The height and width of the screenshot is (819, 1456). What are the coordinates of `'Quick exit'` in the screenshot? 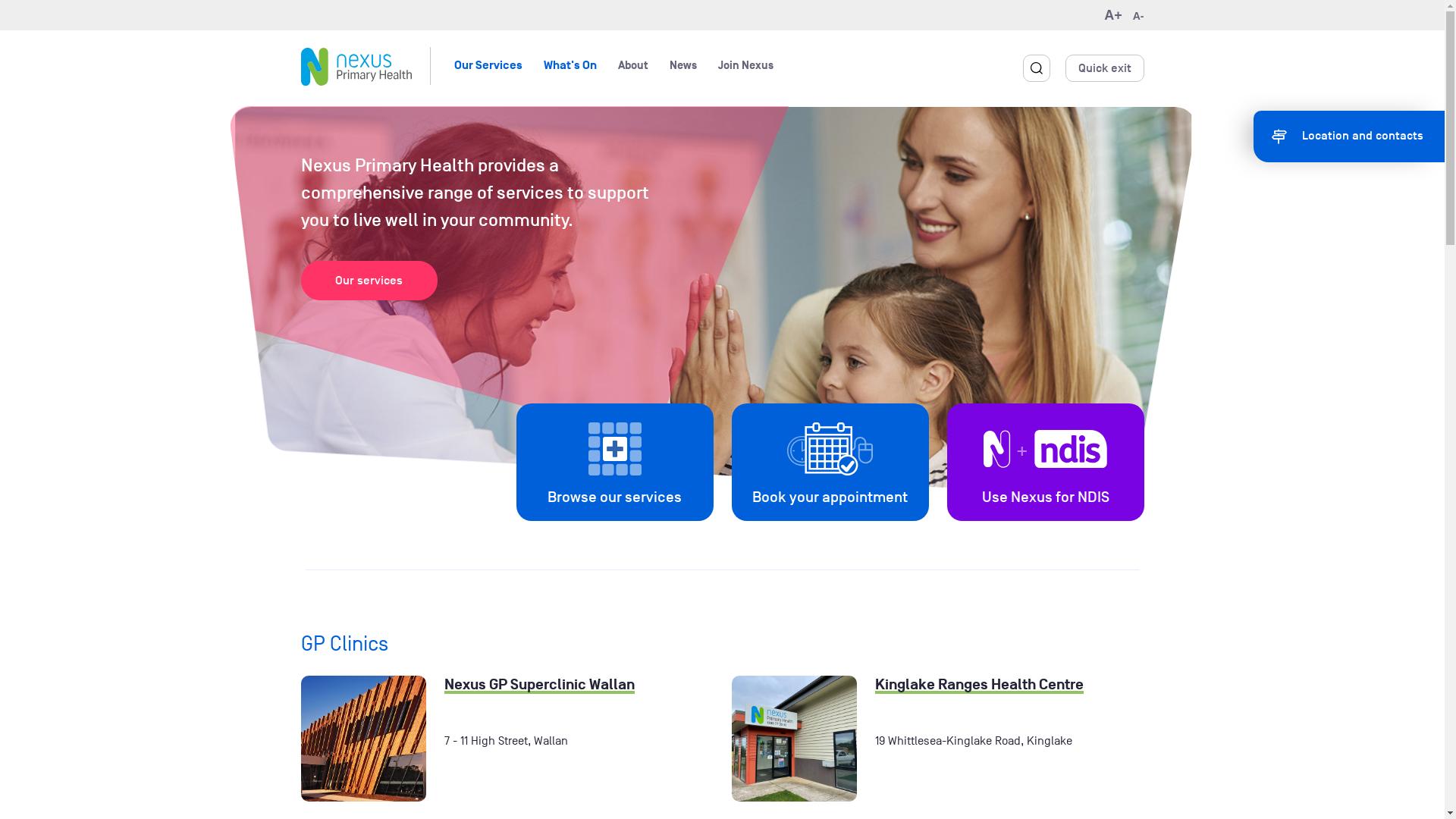 It's located at (1063, 67).